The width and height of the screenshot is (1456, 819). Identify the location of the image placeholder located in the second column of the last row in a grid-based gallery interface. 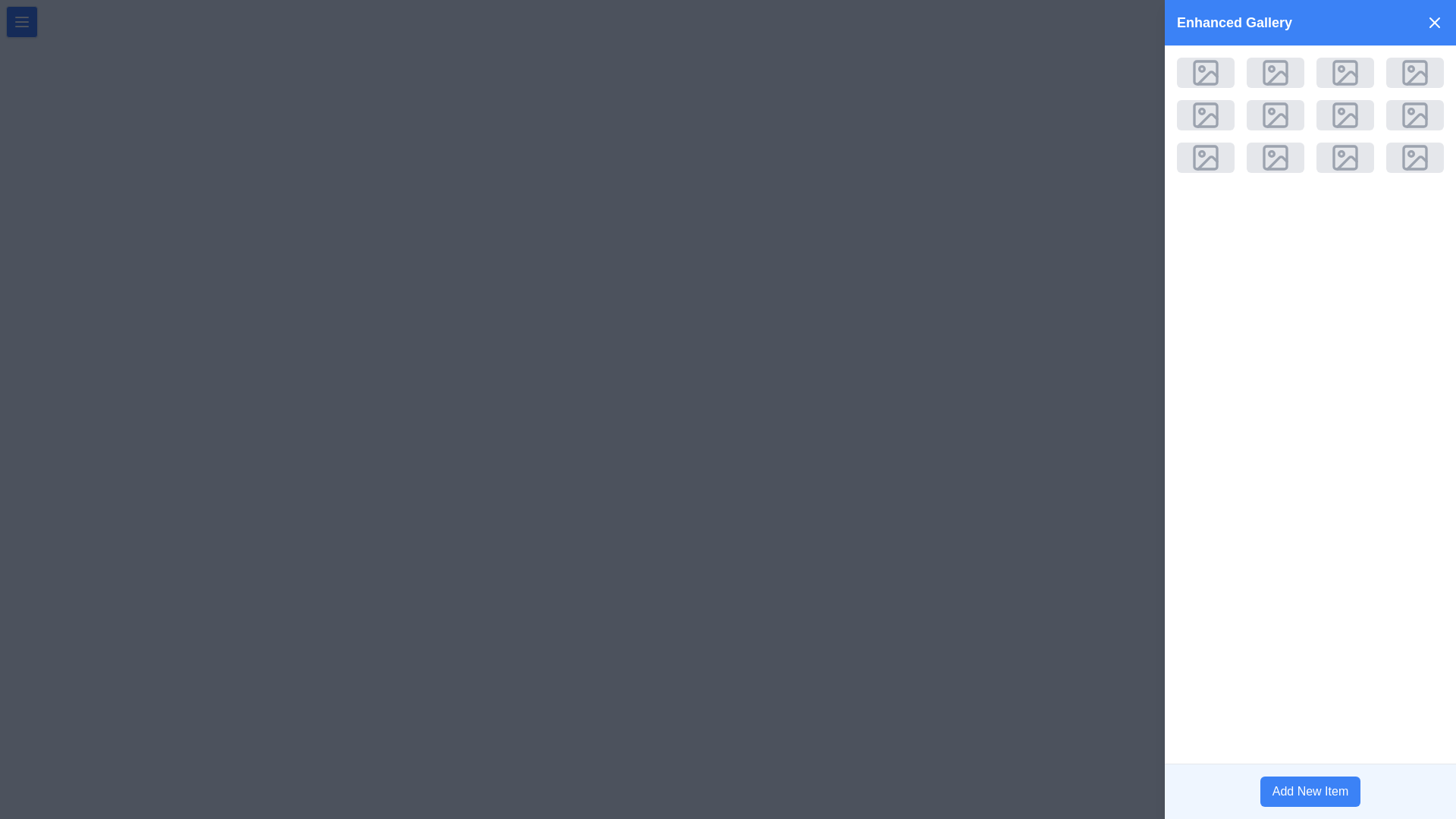
(1204, 158).